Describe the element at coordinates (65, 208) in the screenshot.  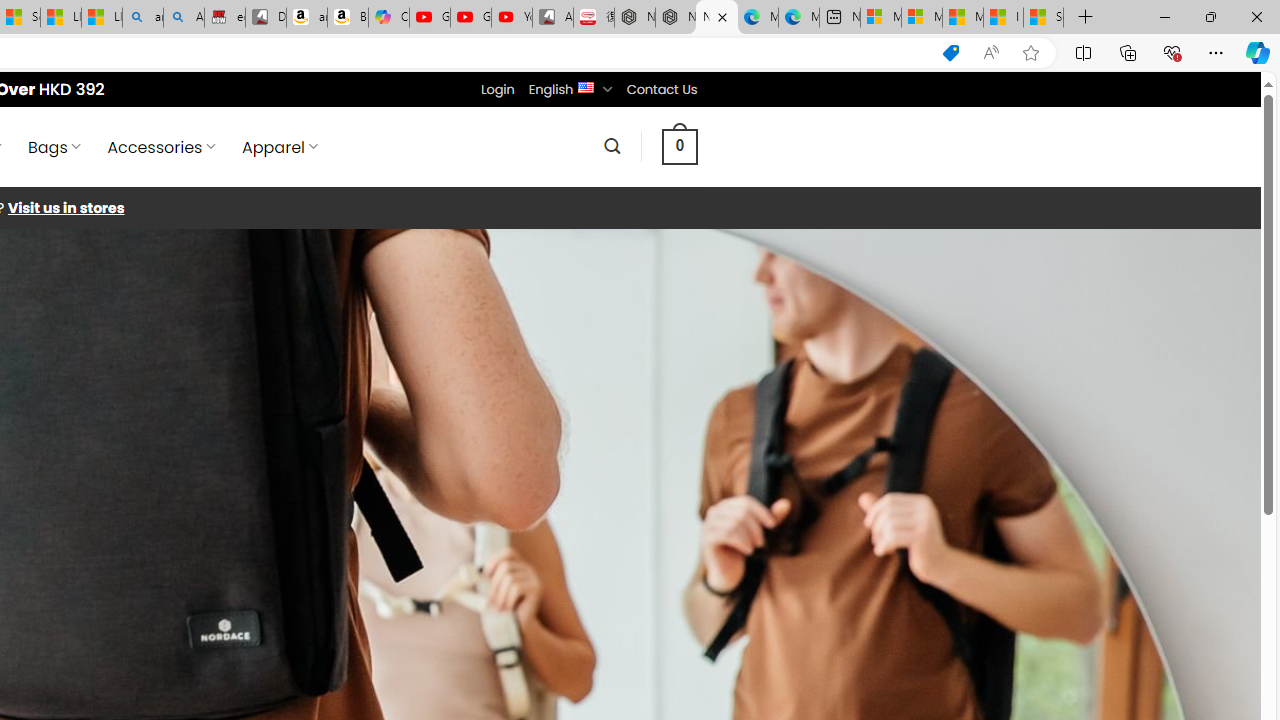
I see `'Visit us in stores'` at that location.